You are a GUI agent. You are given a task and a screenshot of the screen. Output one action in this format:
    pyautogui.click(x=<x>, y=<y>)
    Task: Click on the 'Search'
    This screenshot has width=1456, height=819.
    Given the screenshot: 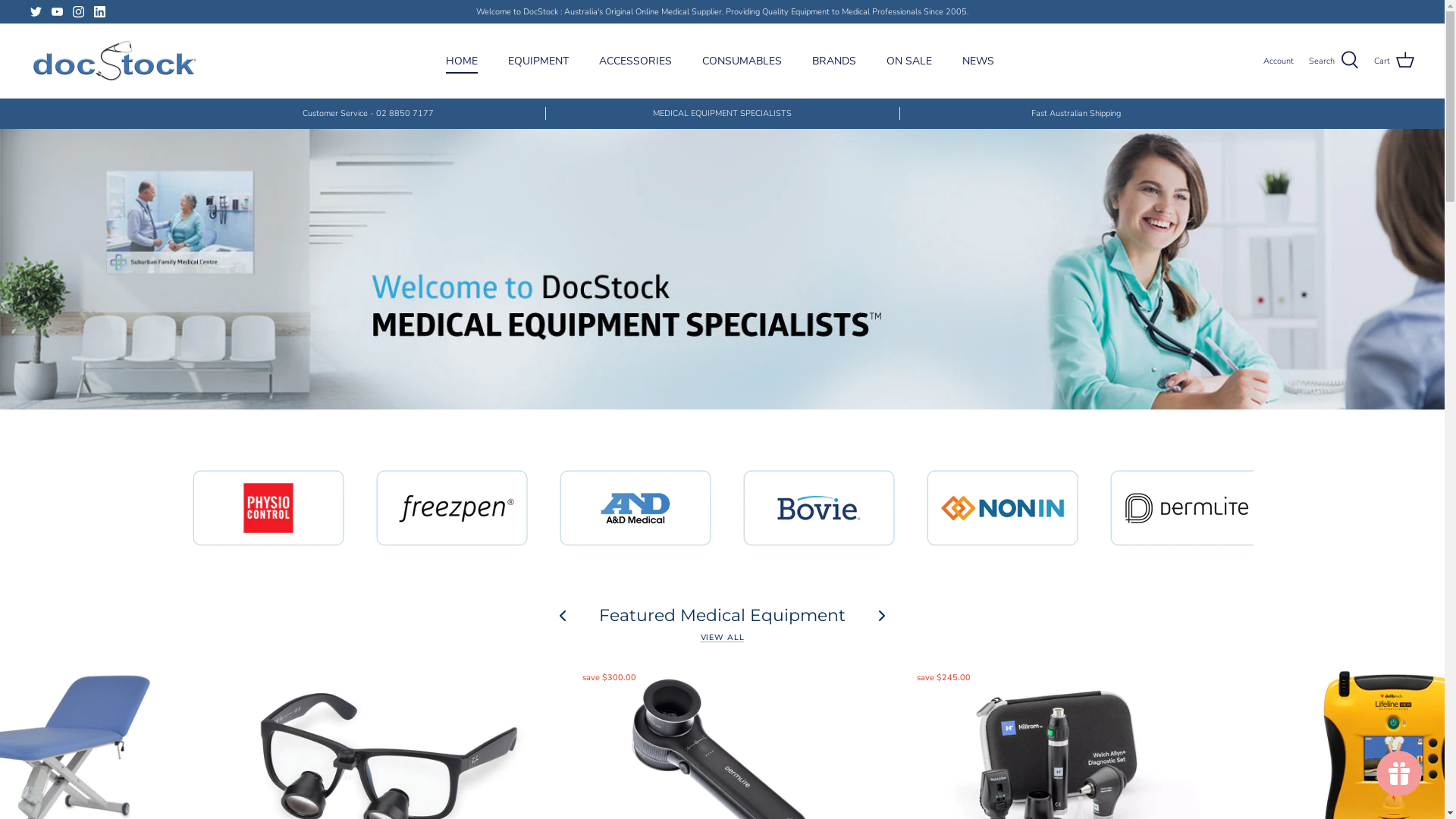 What is the action you would take?
    pyautogui.click(x=1332, y=60)
    